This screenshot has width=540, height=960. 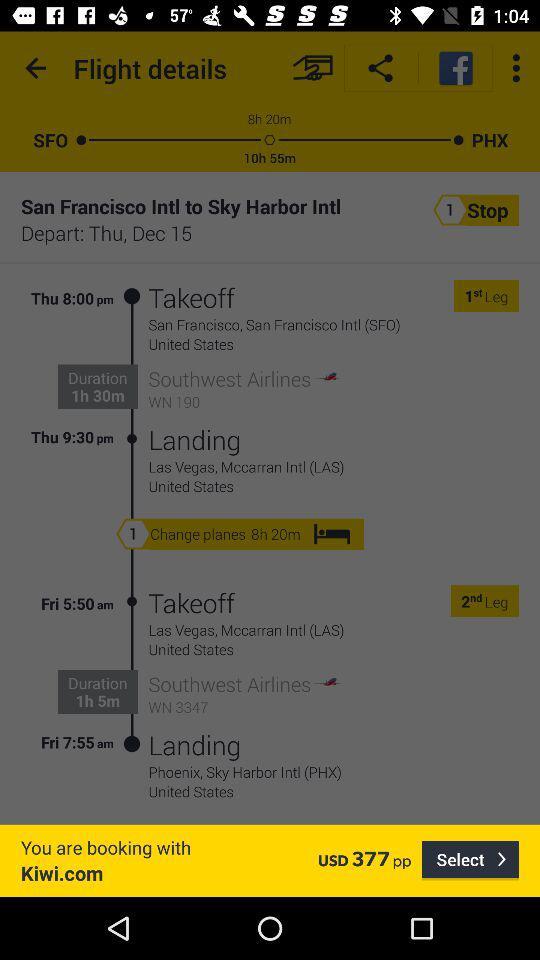 I want to click on 1h 30m icon, so click(x=96, y=394).